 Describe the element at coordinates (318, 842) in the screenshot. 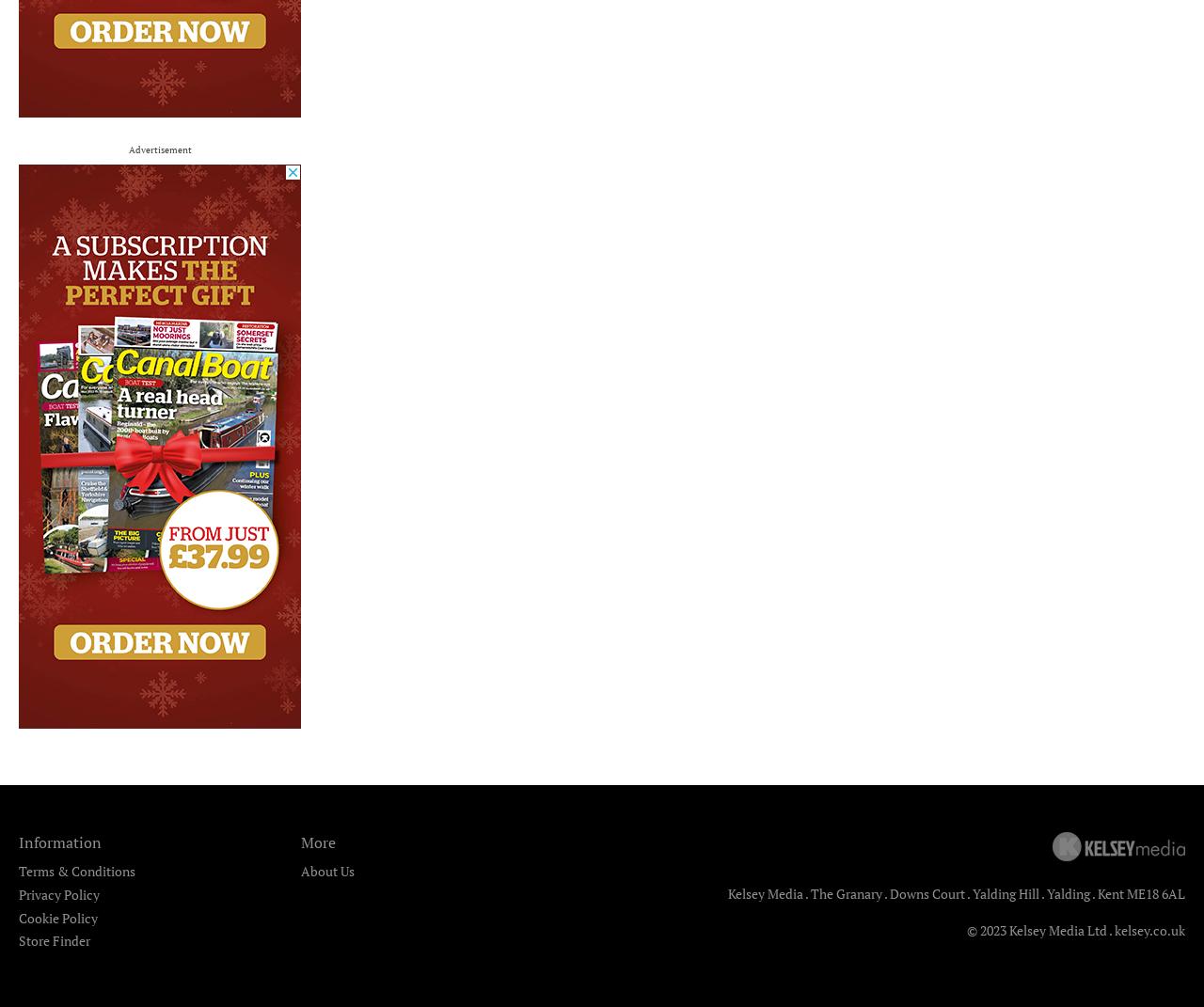

I see `'More'` at that location.